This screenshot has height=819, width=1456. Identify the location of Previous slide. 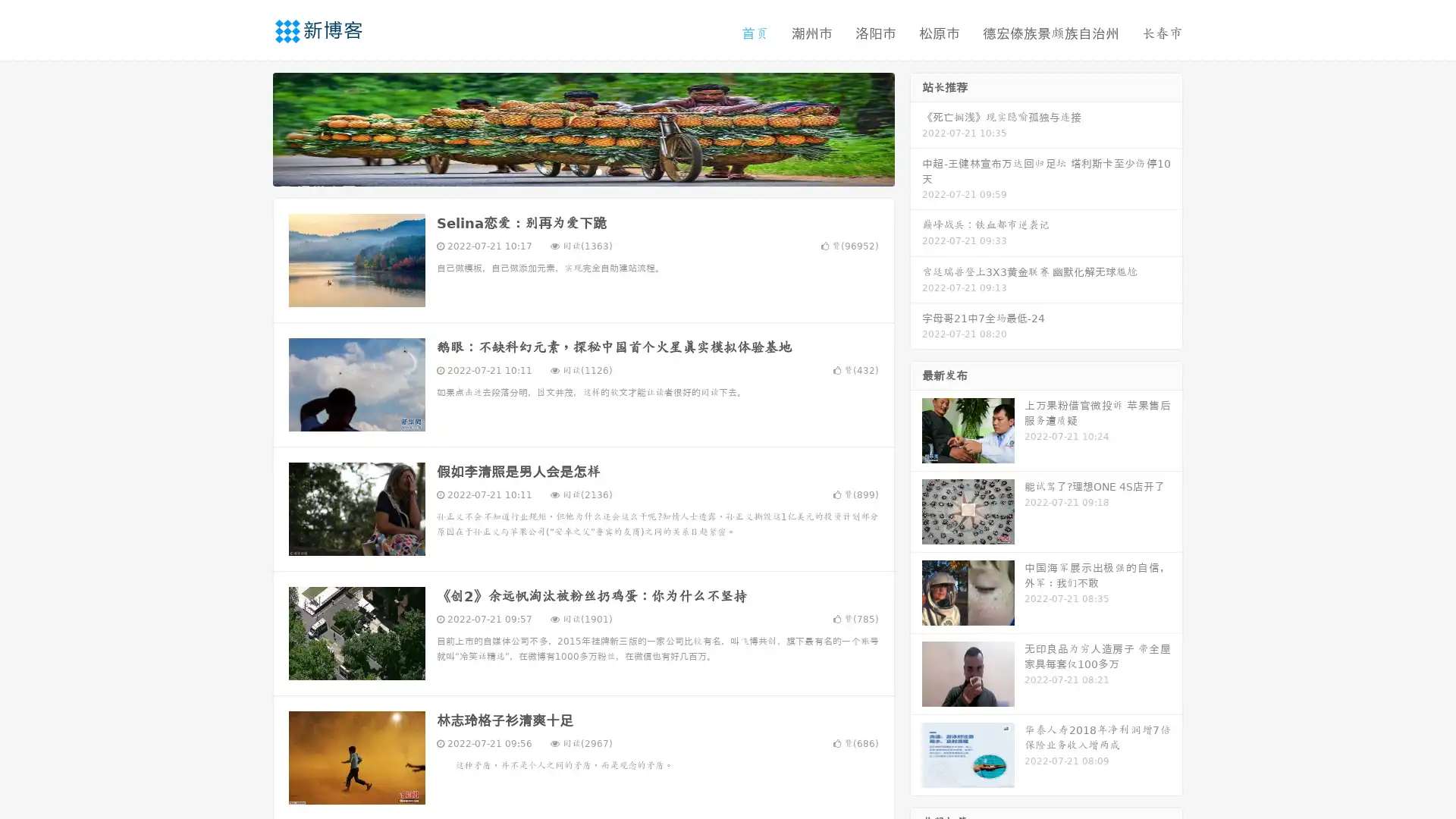
(250, 127).